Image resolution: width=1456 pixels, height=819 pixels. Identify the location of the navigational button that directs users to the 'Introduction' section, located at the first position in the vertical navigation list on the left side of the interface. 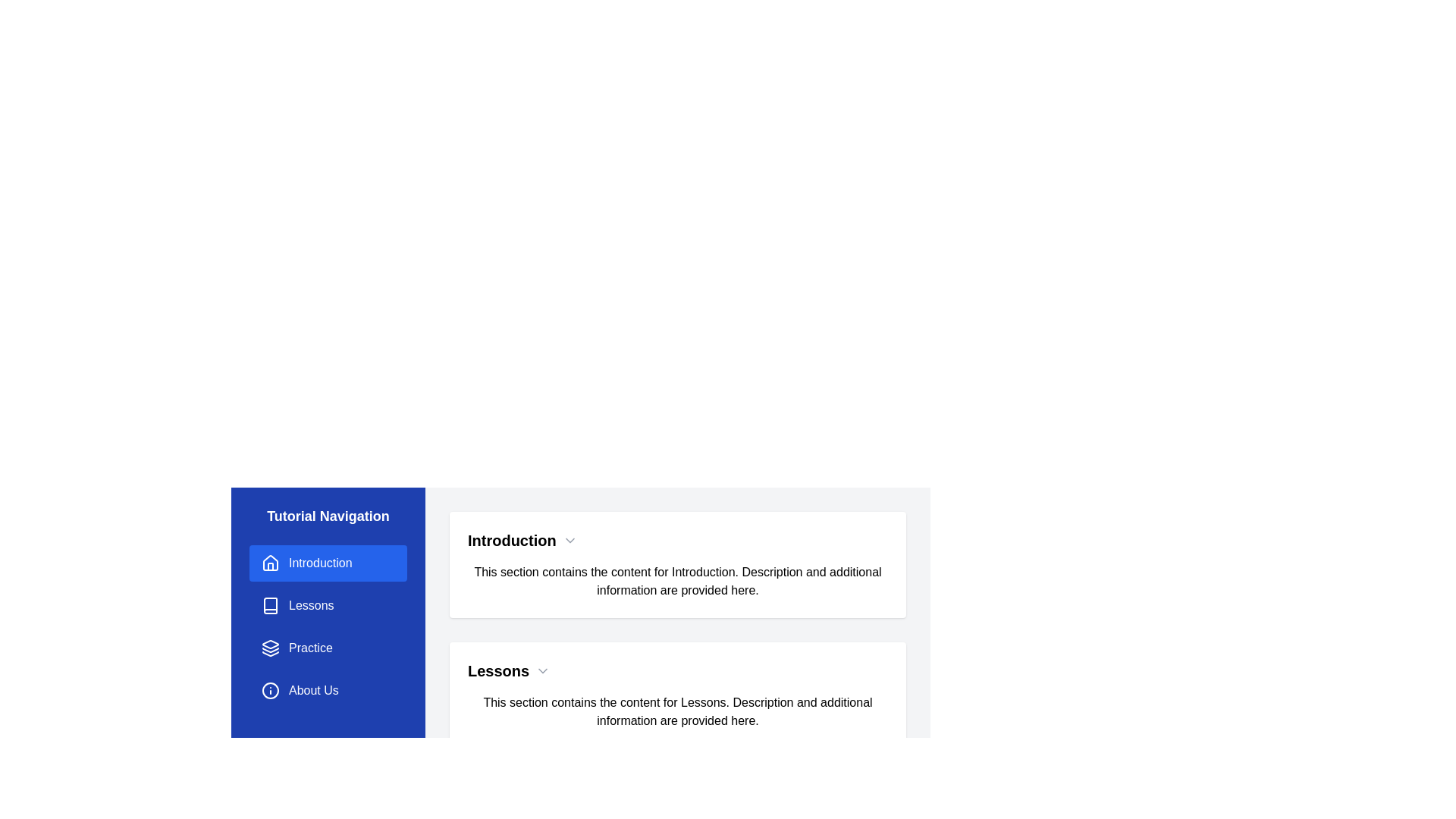
(327, 563).